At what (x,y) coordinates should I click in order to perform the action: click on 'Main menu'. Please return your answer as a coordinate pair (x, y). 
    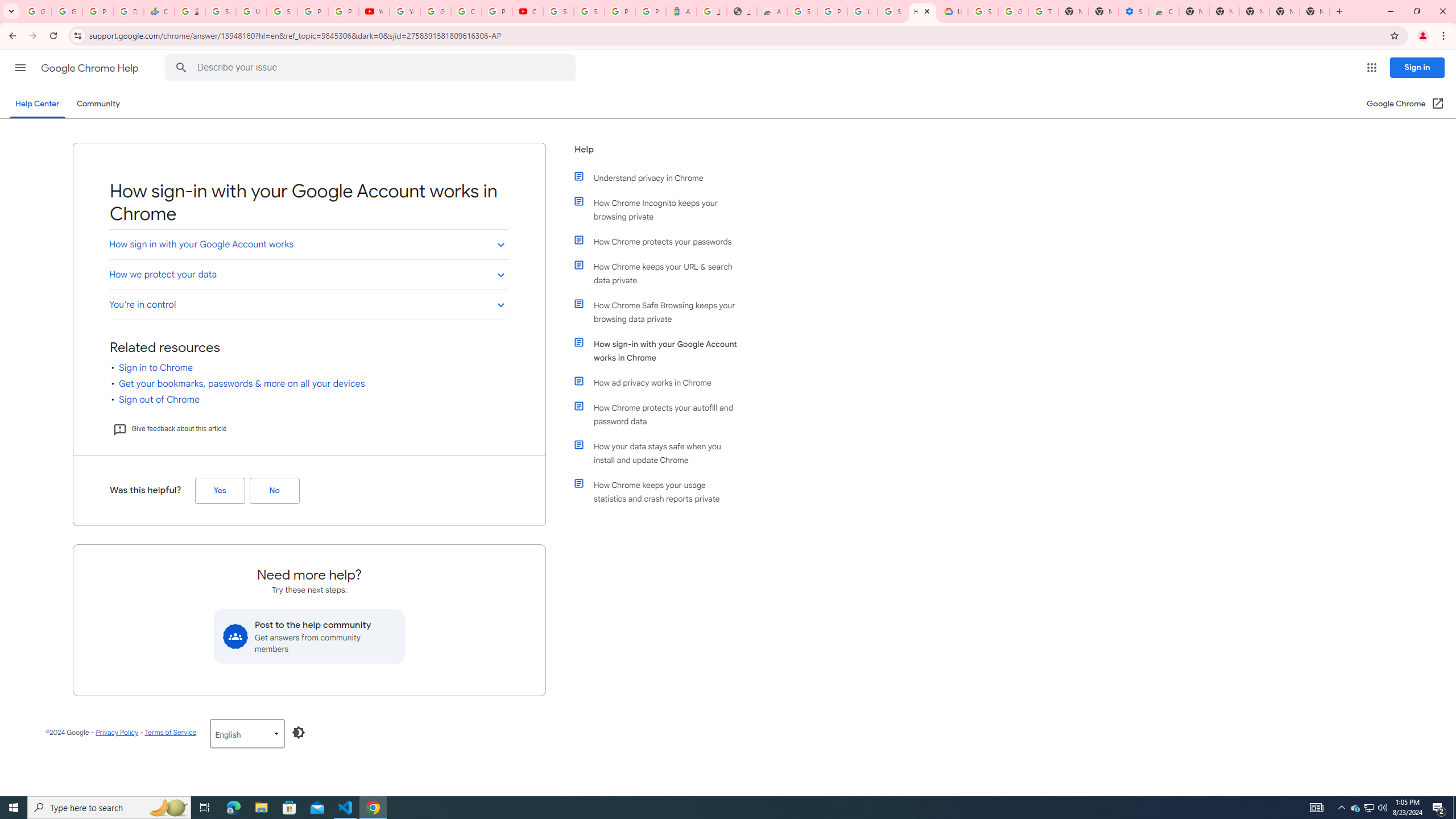
    Looking at the image, I should click on (19, 67).